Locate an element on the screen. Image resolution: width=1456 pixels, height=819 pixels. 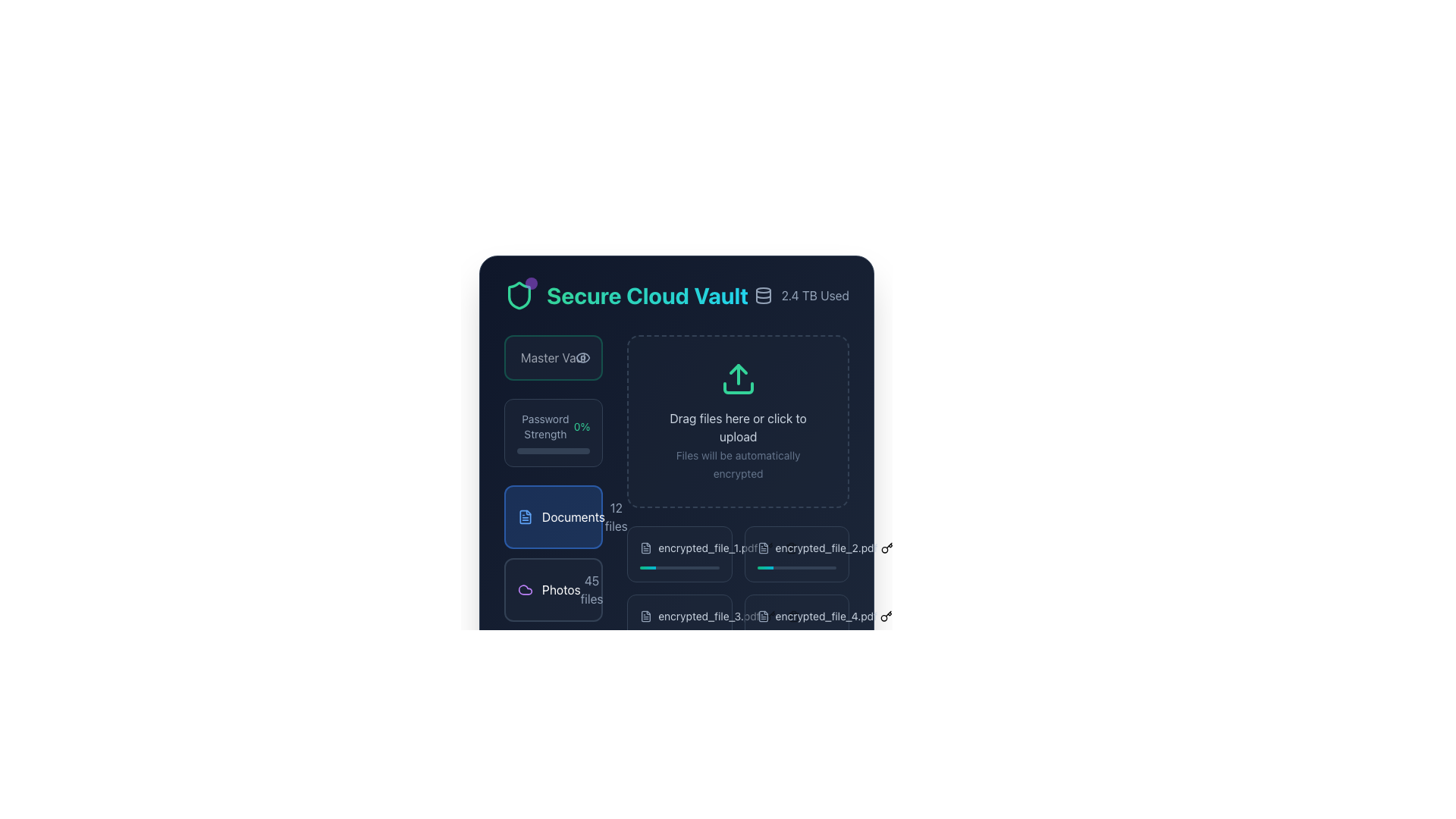
the small dark key icon located in the lower-right quadrant of the interface, adjacent to the file entry labeled 'encrypted_file_2.pdf' is located at coordinates (886, 548).